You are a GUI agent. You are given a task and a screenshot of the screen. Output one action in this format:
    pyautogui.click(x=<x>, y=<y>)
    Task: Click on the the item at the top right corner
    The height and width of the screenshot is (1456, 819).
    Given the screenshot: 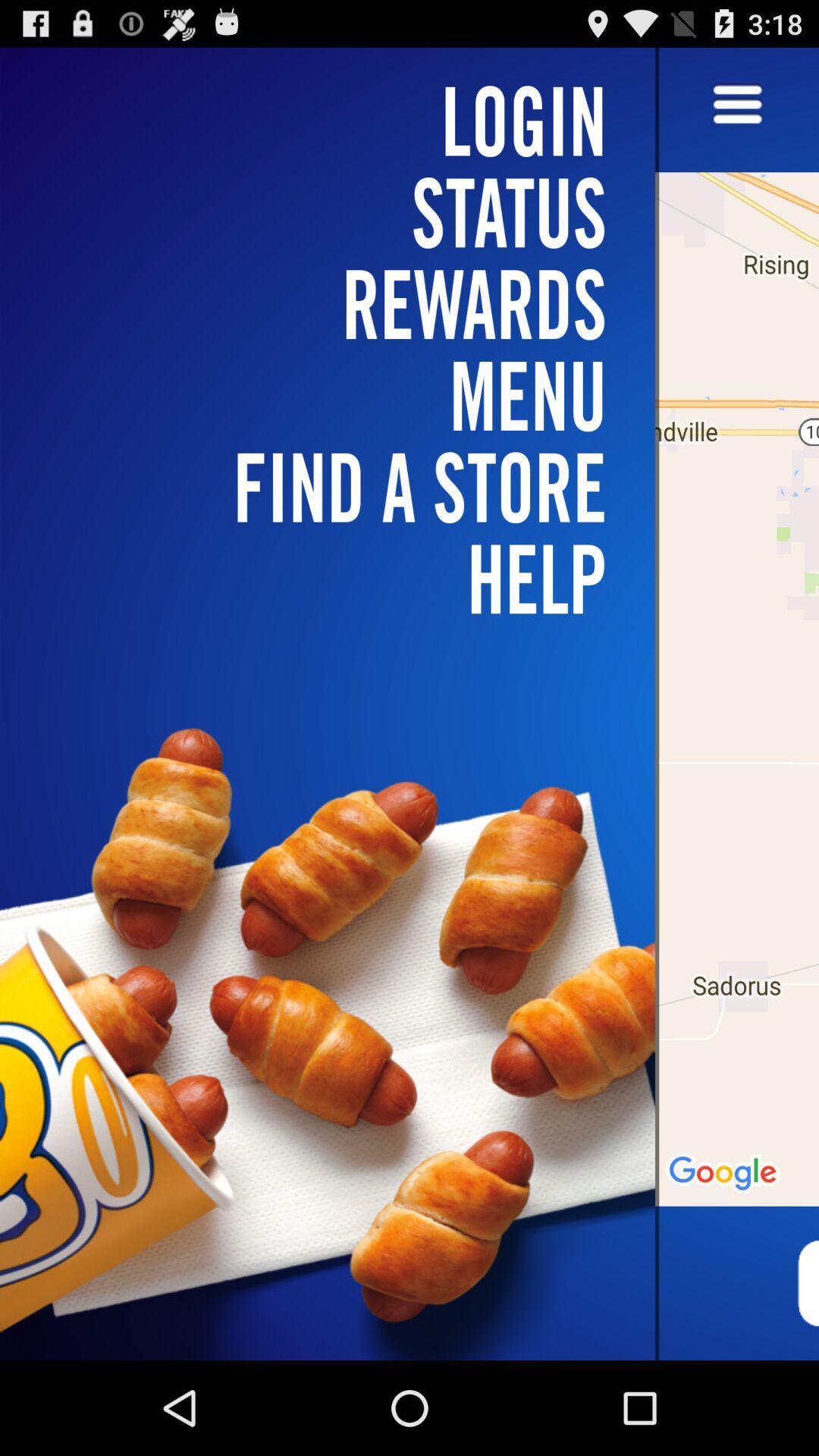 What is the action you would take?
    pyautogui.click(x=736, y=105)
    